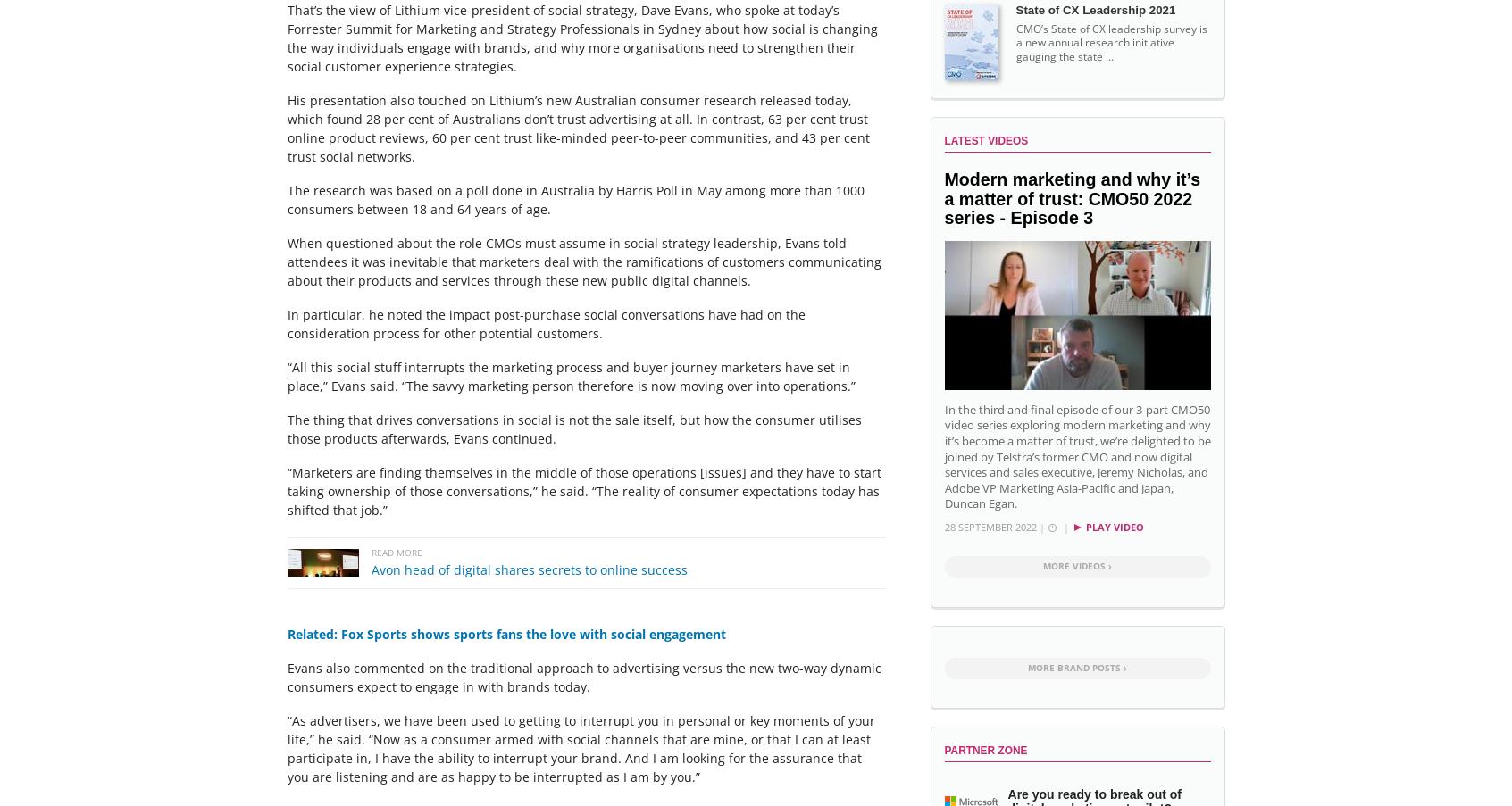 This screenshot has height=806, width=1512. Describe the element at coordinates (1073, 565) in the screenshot. I see `'More Videos'` at that location.